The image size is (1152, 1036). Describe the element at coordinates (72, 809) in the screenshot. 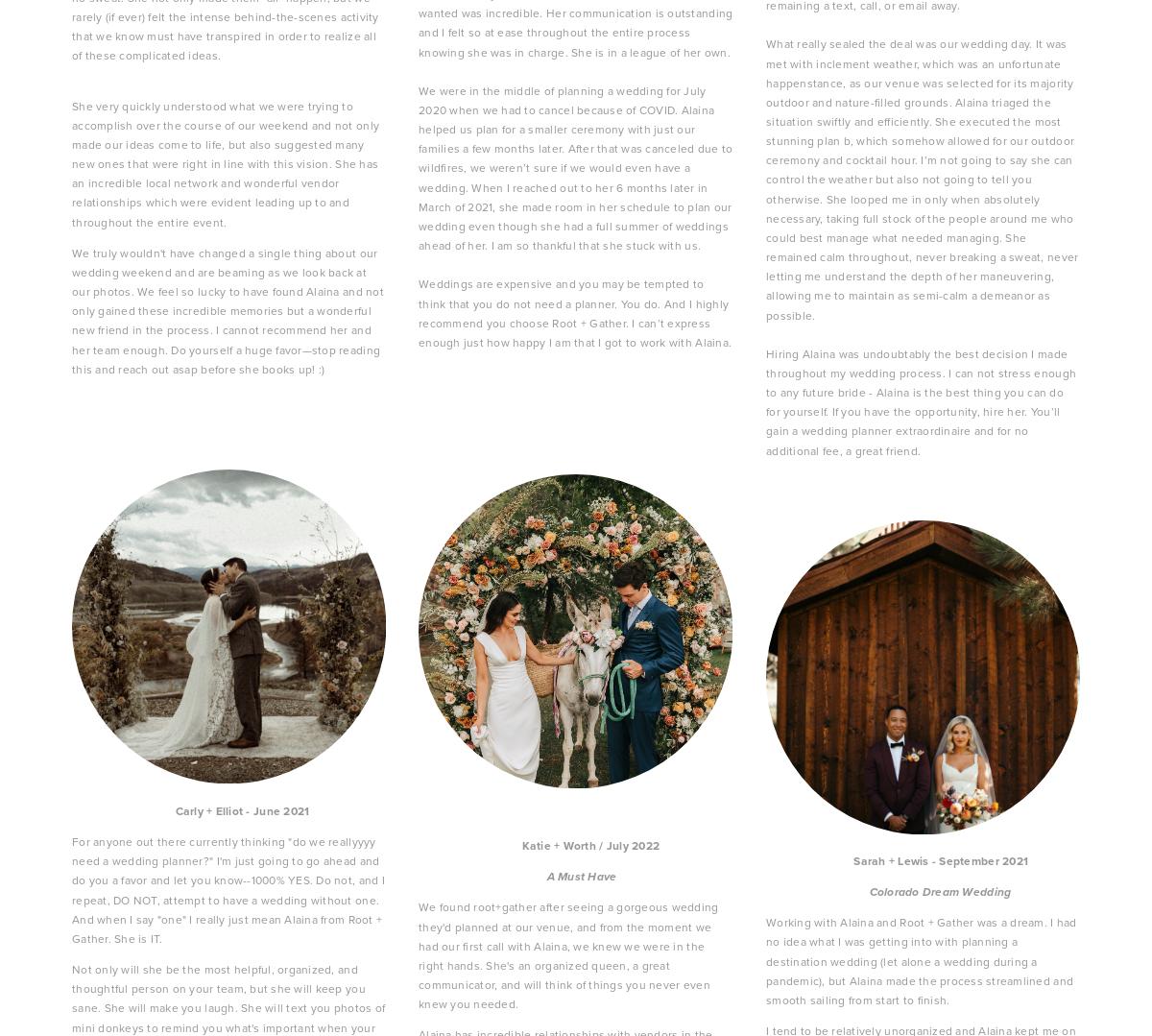

I see `'Carly + Elliot - June 2021'` at that location.